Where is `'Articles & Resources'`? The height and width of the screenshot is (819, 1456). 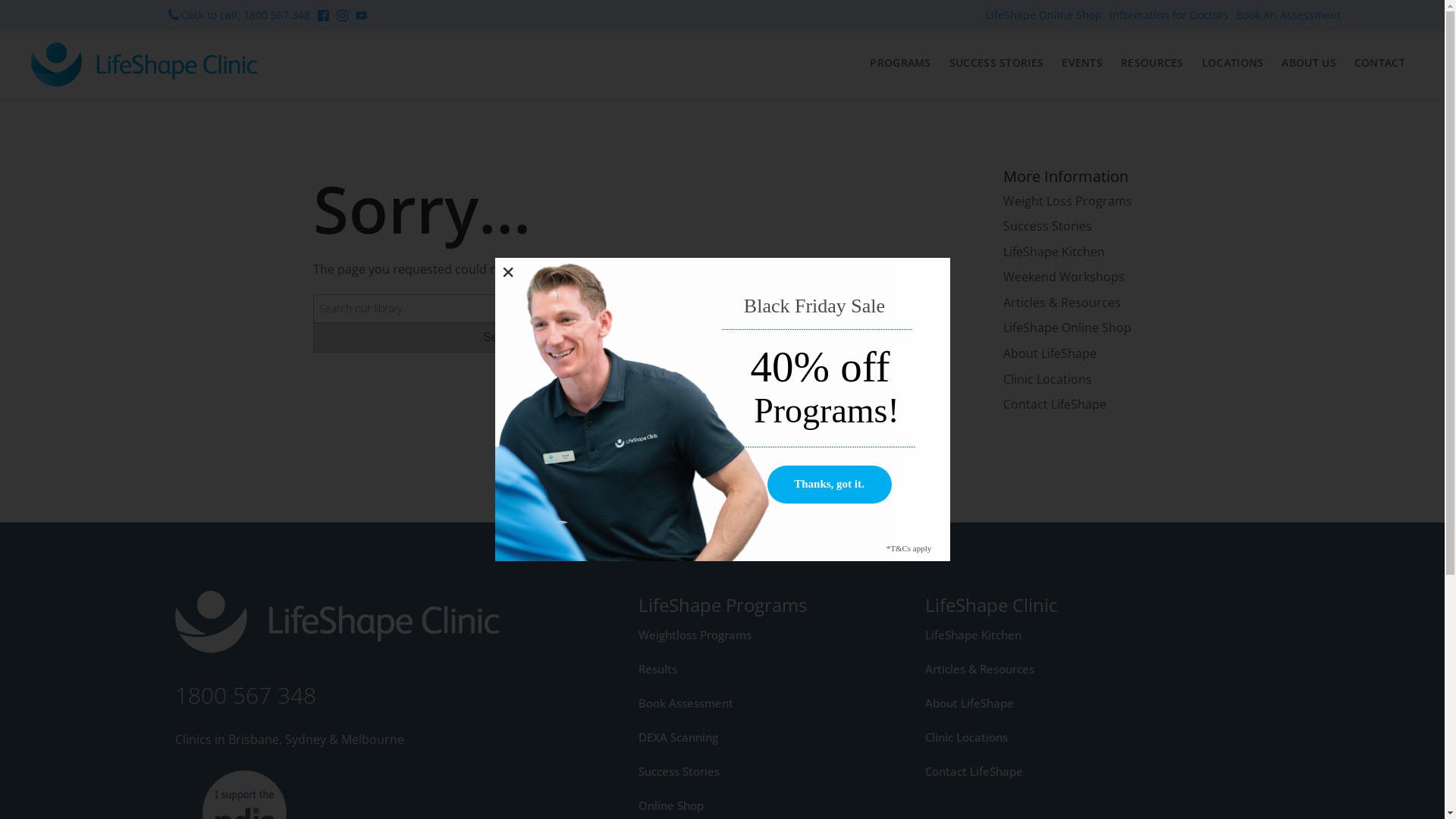
'Articles & Resources' is located at coordinates (1060, 303).